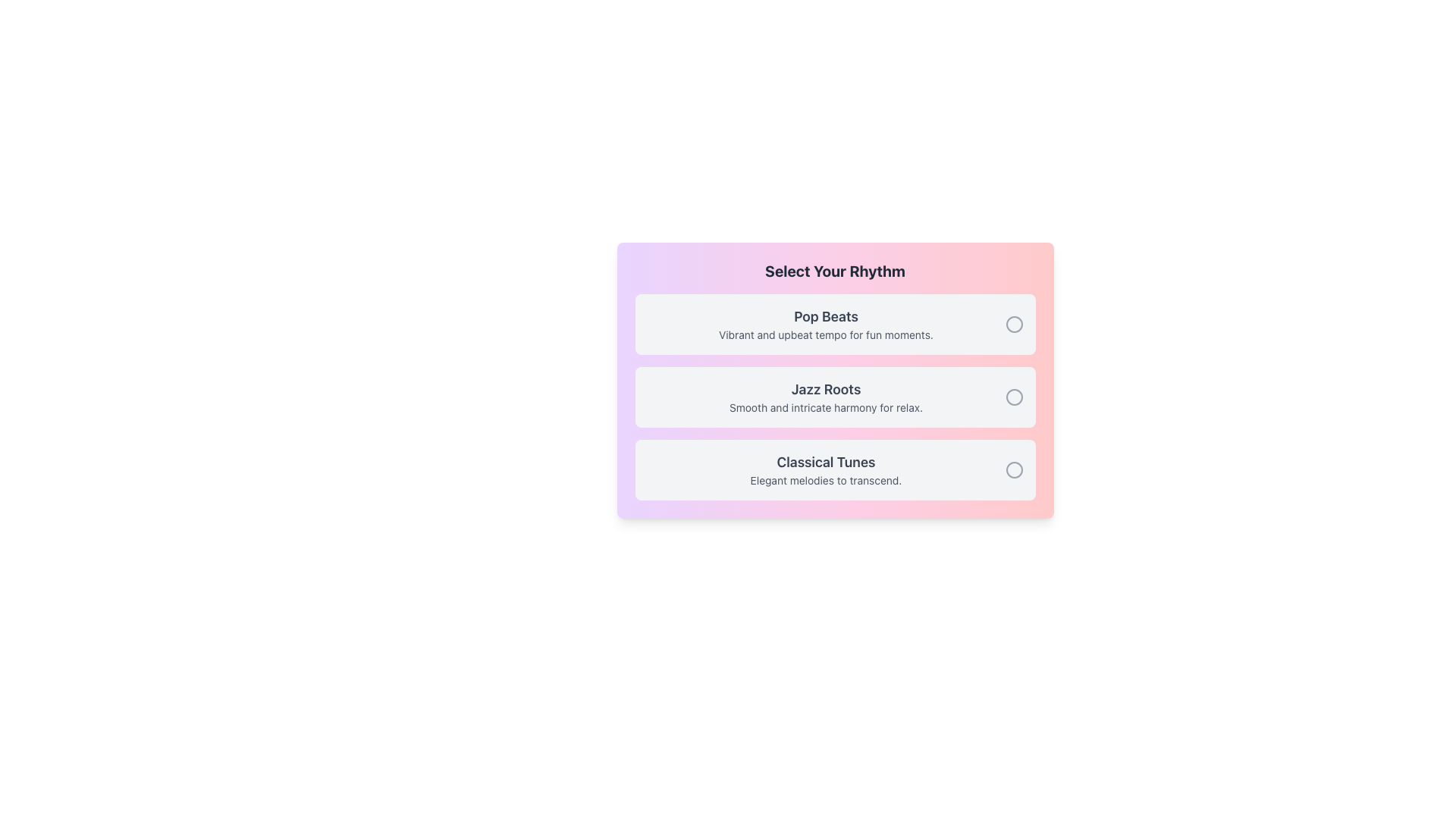  Describe the element at coordinates (834, 397) in the screenshot. I see `the 'Jazz Roots' radio button option card, which is the second card in a vertical list, featuring a light gray background and a bold title` at that location.